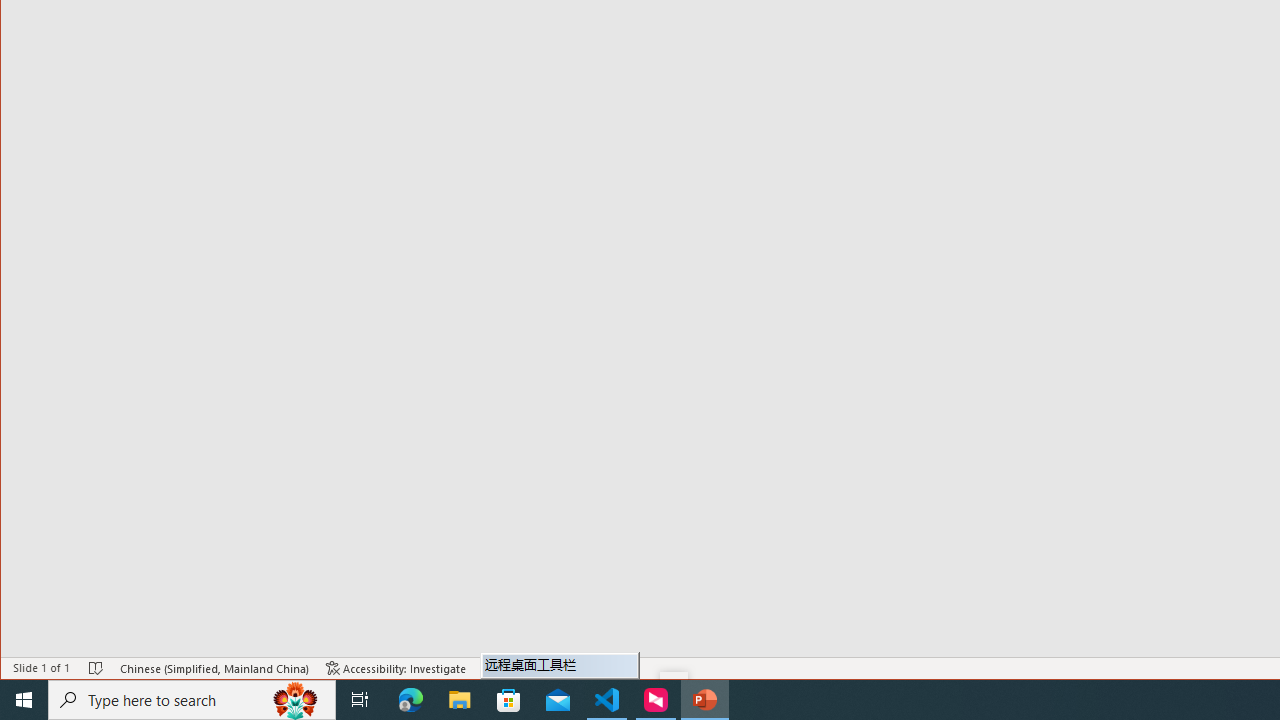  Describe the element at coordinates (24, 698) in the screenshot. I see `'Start'` at that location.